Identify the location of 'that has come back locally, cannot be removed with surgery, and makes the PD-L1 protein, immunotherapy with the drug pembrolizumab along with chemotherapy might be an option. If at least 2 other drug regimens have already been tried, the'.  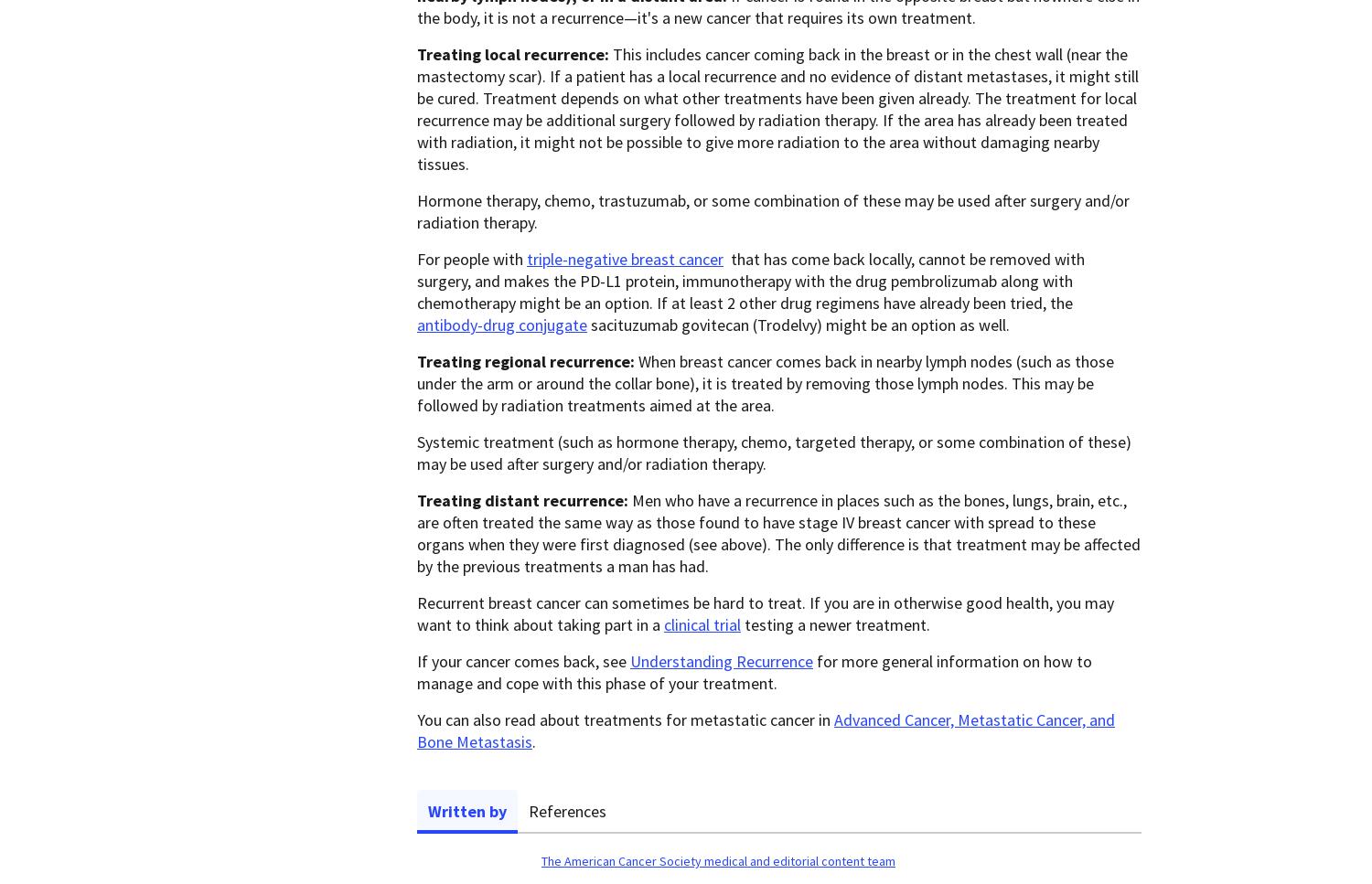
(749, 281).